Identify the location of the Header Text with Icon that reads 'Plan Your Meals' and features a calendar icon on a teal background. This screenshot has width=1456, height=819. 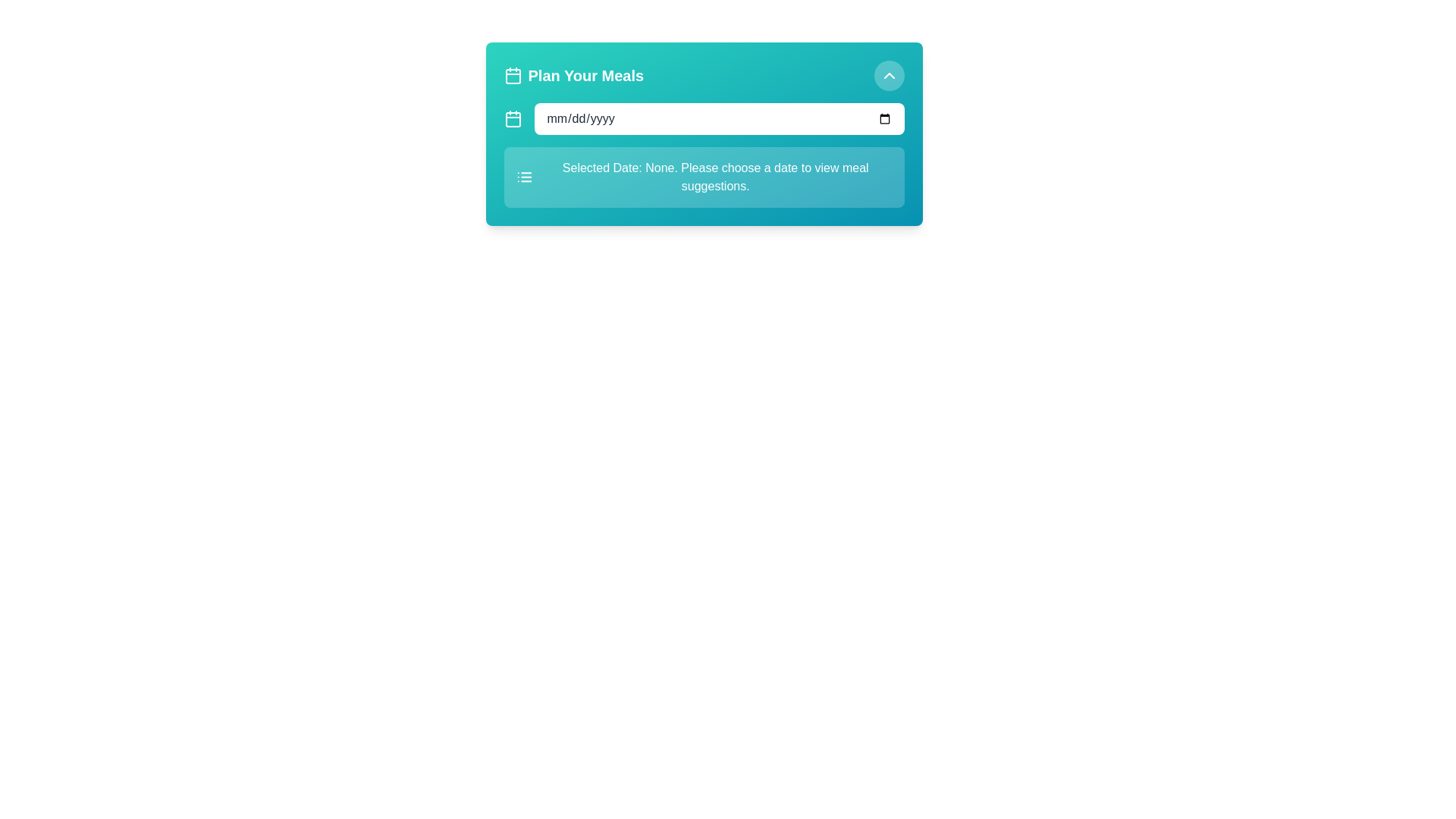
(573, 76).